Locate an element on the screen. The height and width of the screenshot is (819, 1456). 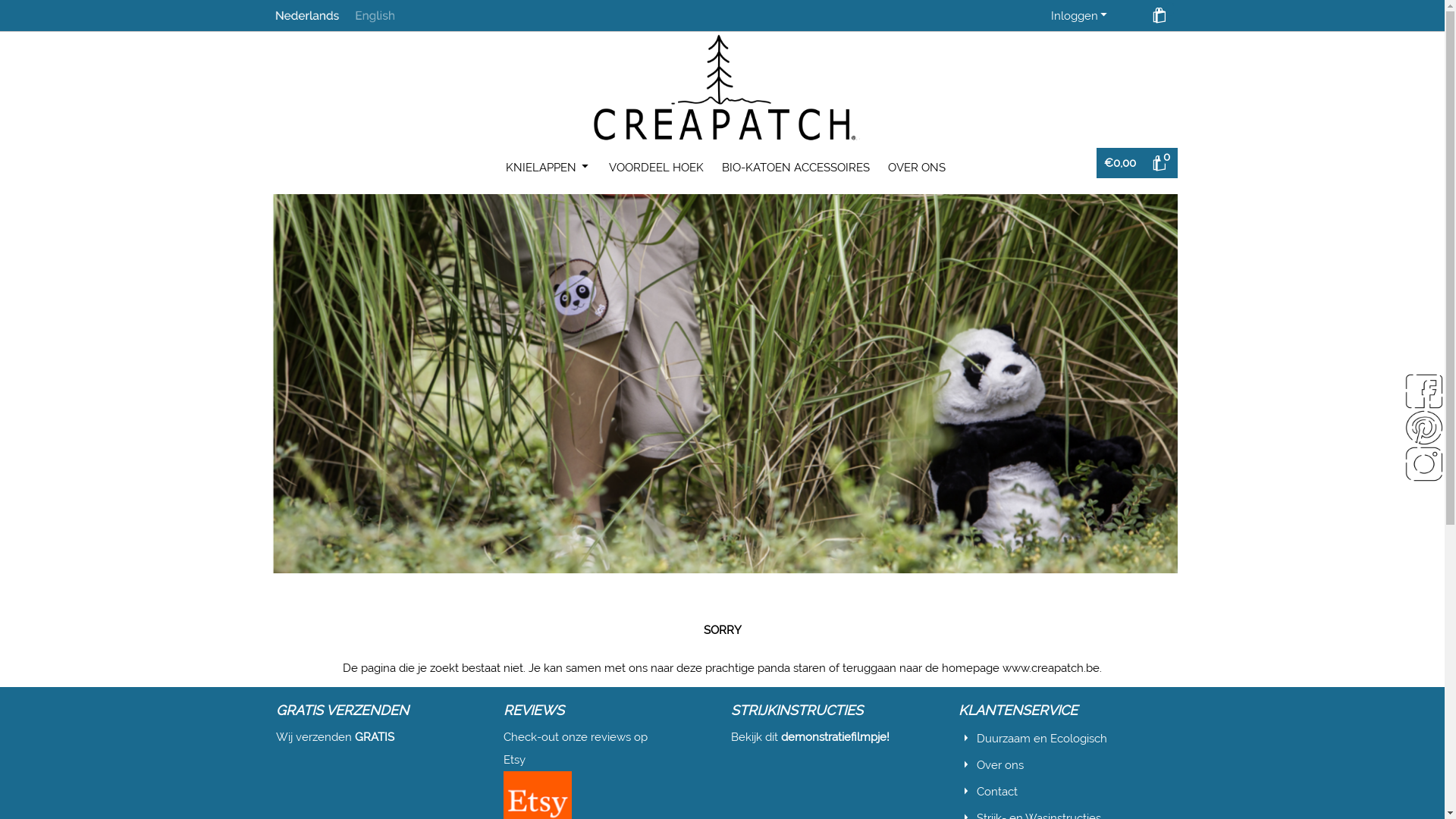
'demonstratiefilmpje!' is located at coordinates (834, 736).